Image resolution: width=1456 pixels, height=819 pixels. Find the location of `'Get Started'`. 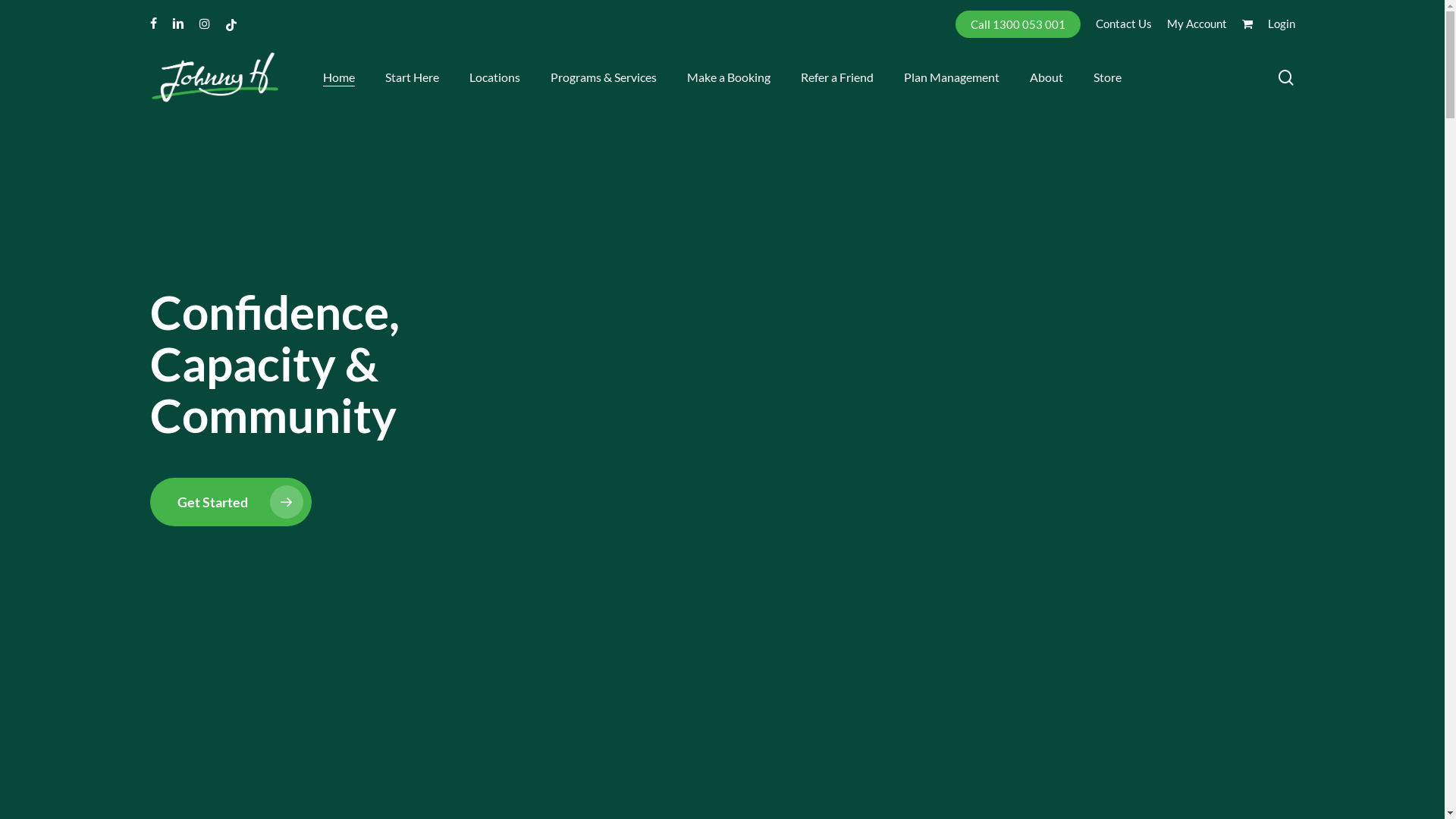

'Get Started' is located at coordinates (230, 502).